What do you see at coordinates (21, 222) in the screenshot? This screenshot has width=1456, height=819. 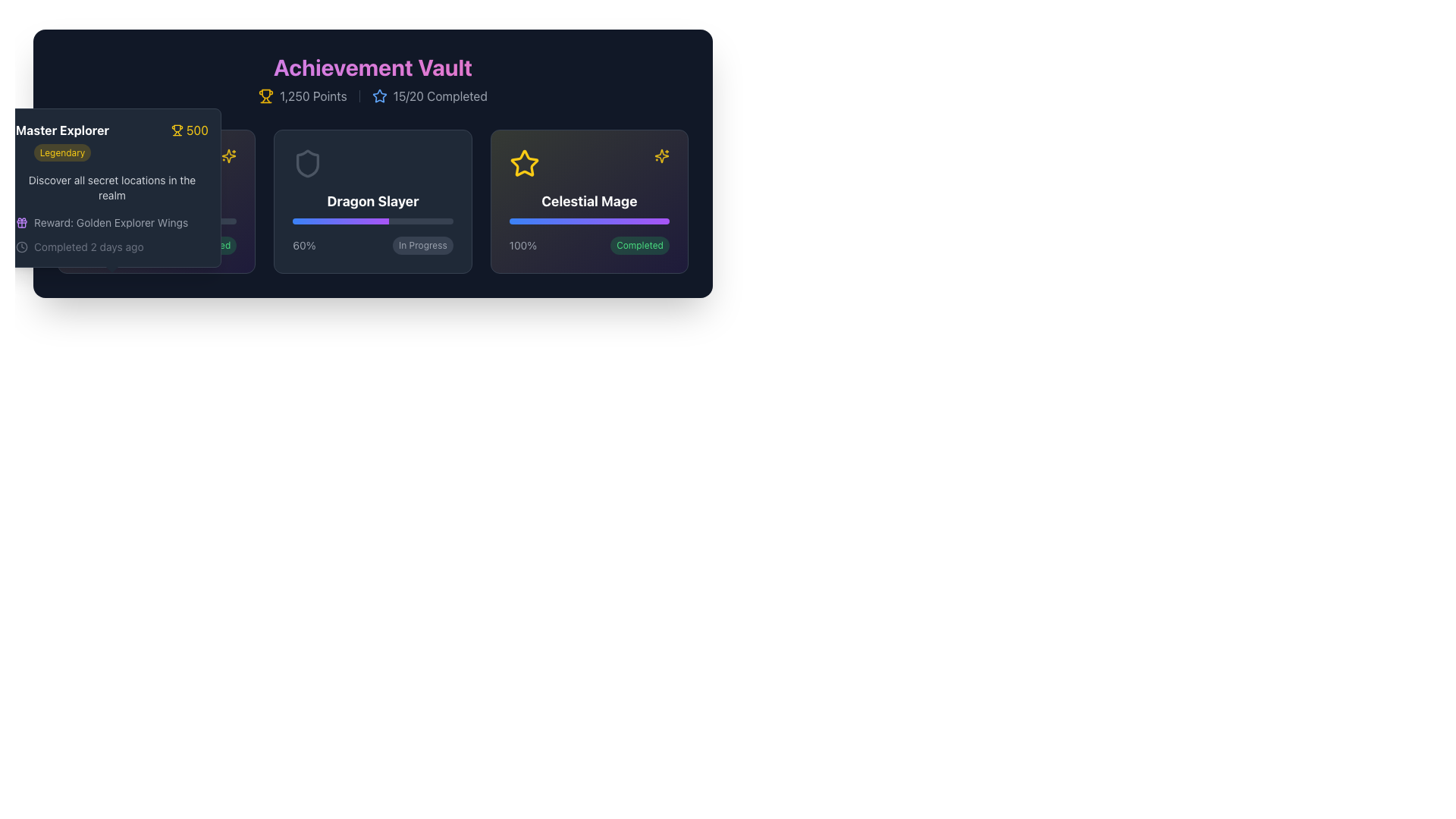 I see `the gift box icon with a purple outline, located to the left of the text 'Reward: Golden Explorer Wings' in the 'Master Explorer' section` at bounding box center [21, 222].